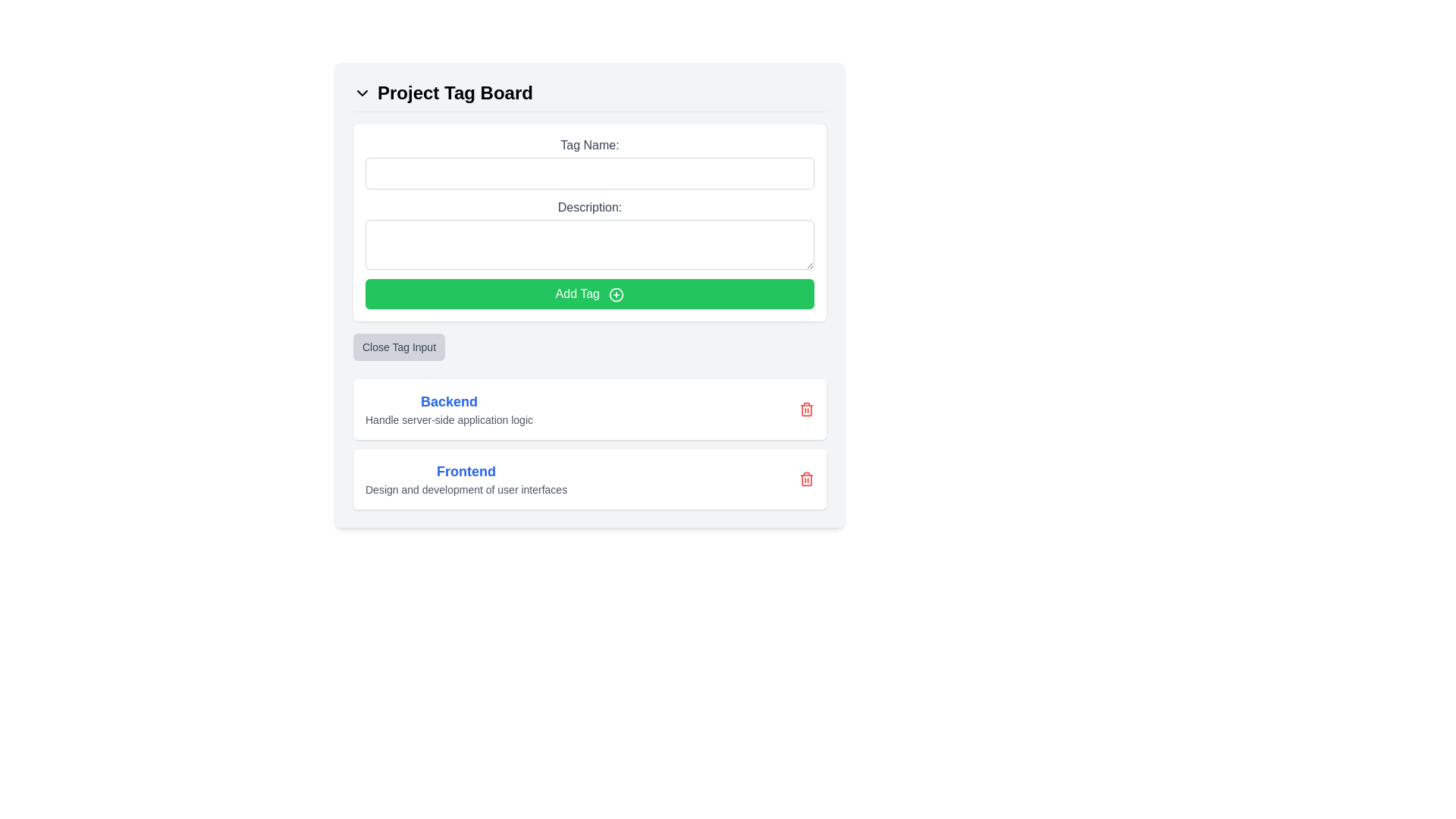 The image size is (1456, 819). Describe the element at coordinates (448, 420) in the screenshot. I see `the text 'Handle server-side application logic' manually for copying, which is a small gray text label located below the blue title 'Backend'` at that location.